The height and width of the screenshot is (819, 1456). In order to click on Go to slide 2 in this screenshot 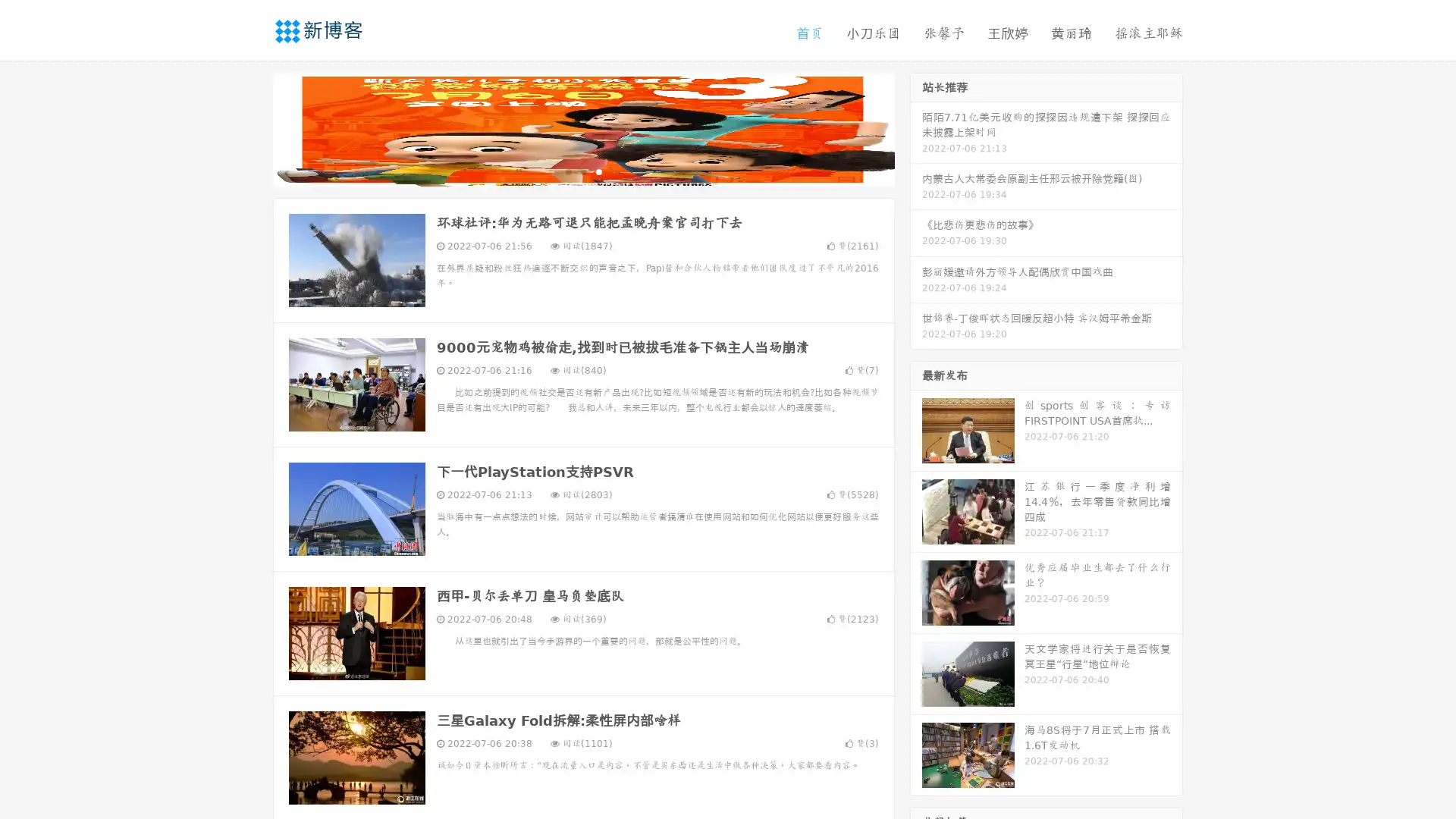, I will do `click(582, 171)`.